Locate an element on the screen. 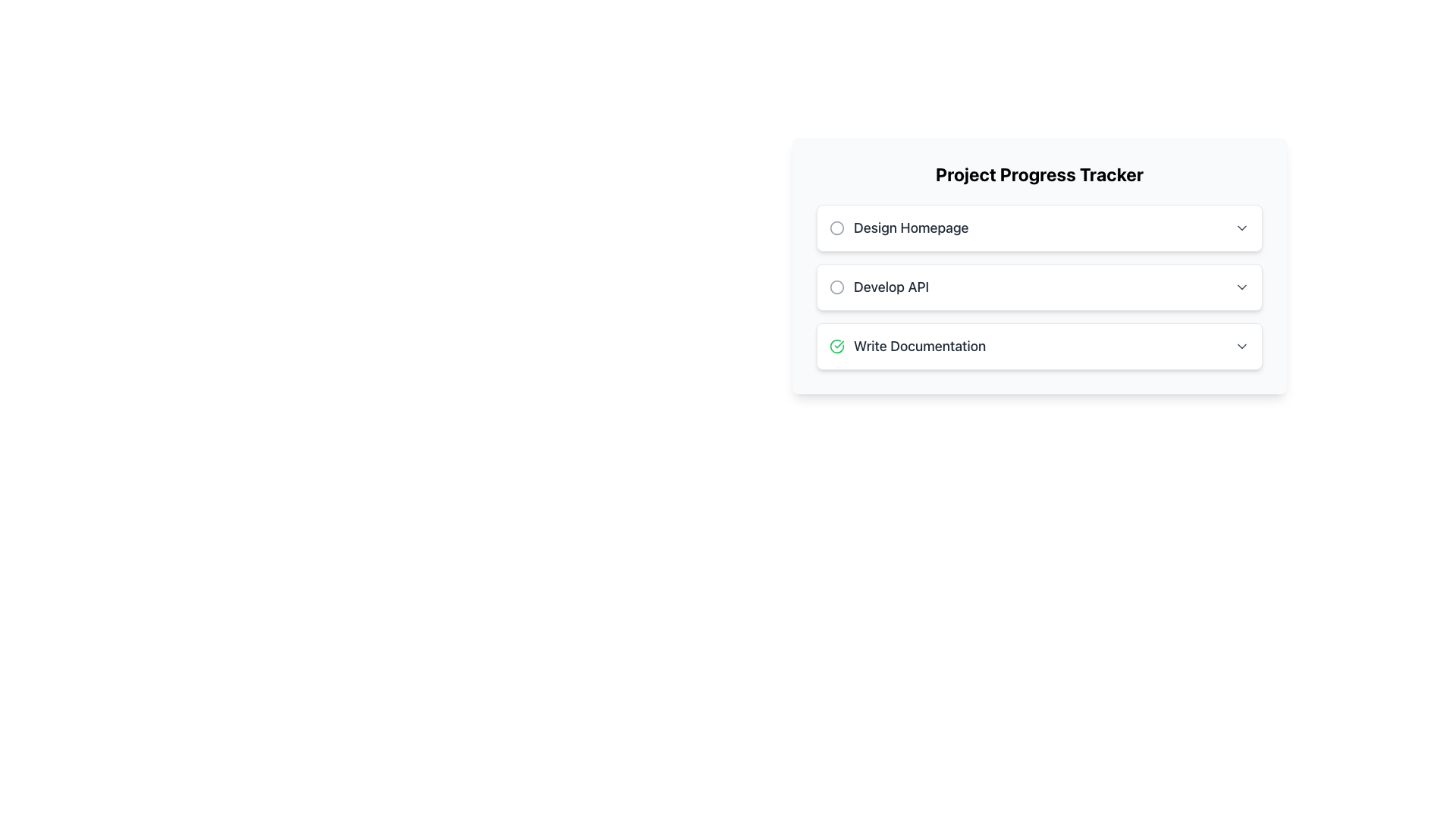 This screenshot has height=819, width=1456. the Dropdown Toggle Icon, which is a downward arrow icon located to the right of the text 'Write Documentation', to provide visual feedback is located at coordinates (1241, 346).